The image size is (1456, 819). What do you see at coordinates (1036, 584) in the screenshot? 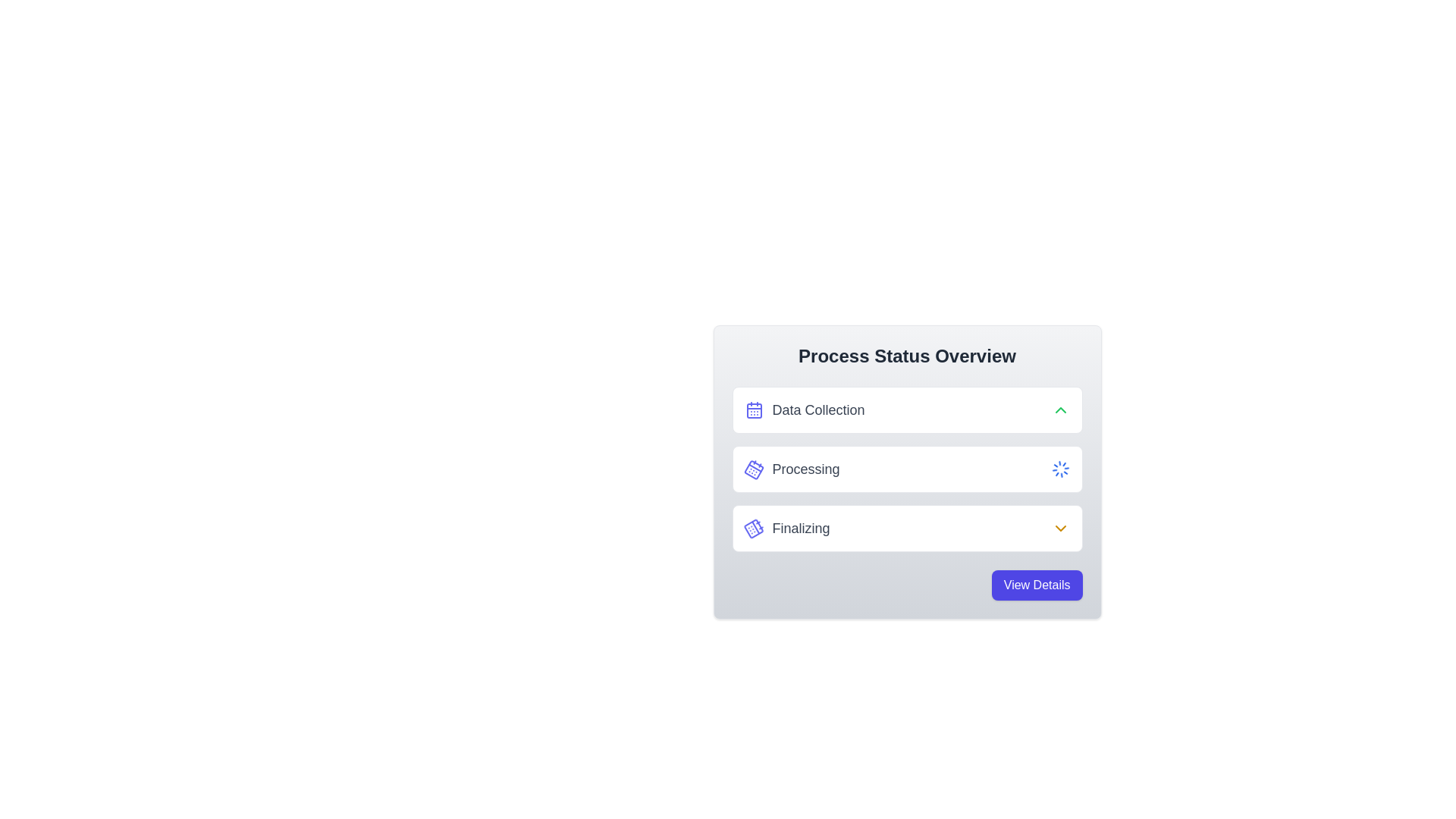
I see `the 'View Details' button located at the bottom right corner of the 'Process Status Overview' card` at bounding box center [1036, 584].